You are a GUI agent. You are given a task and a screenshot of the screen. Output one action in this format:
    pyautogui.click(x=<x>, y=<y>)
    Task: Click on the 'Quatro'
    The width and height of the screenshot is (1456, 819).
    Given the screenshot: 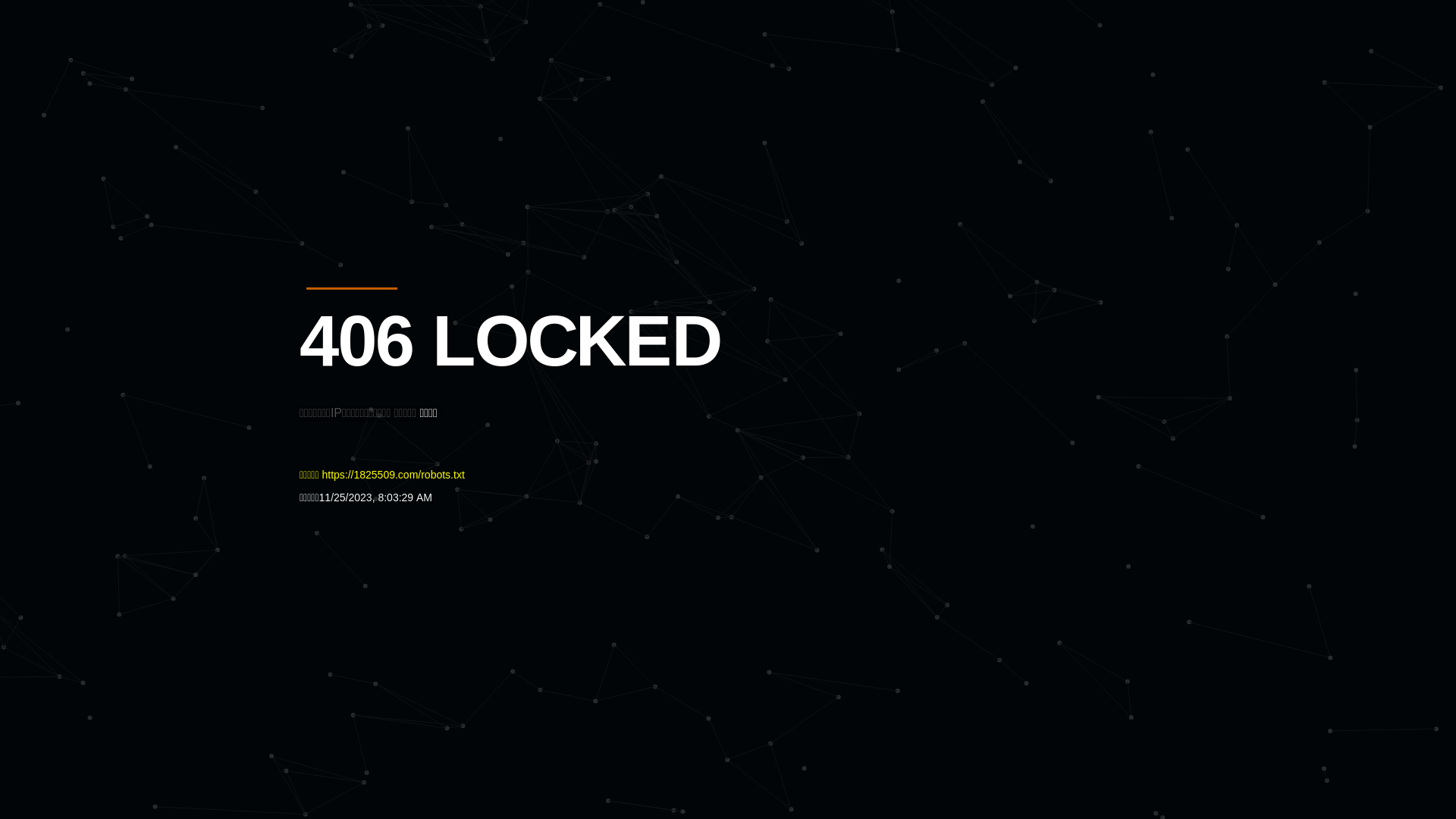 What is the action you would take?
    pyautogui.click(x=411, y=86)
    